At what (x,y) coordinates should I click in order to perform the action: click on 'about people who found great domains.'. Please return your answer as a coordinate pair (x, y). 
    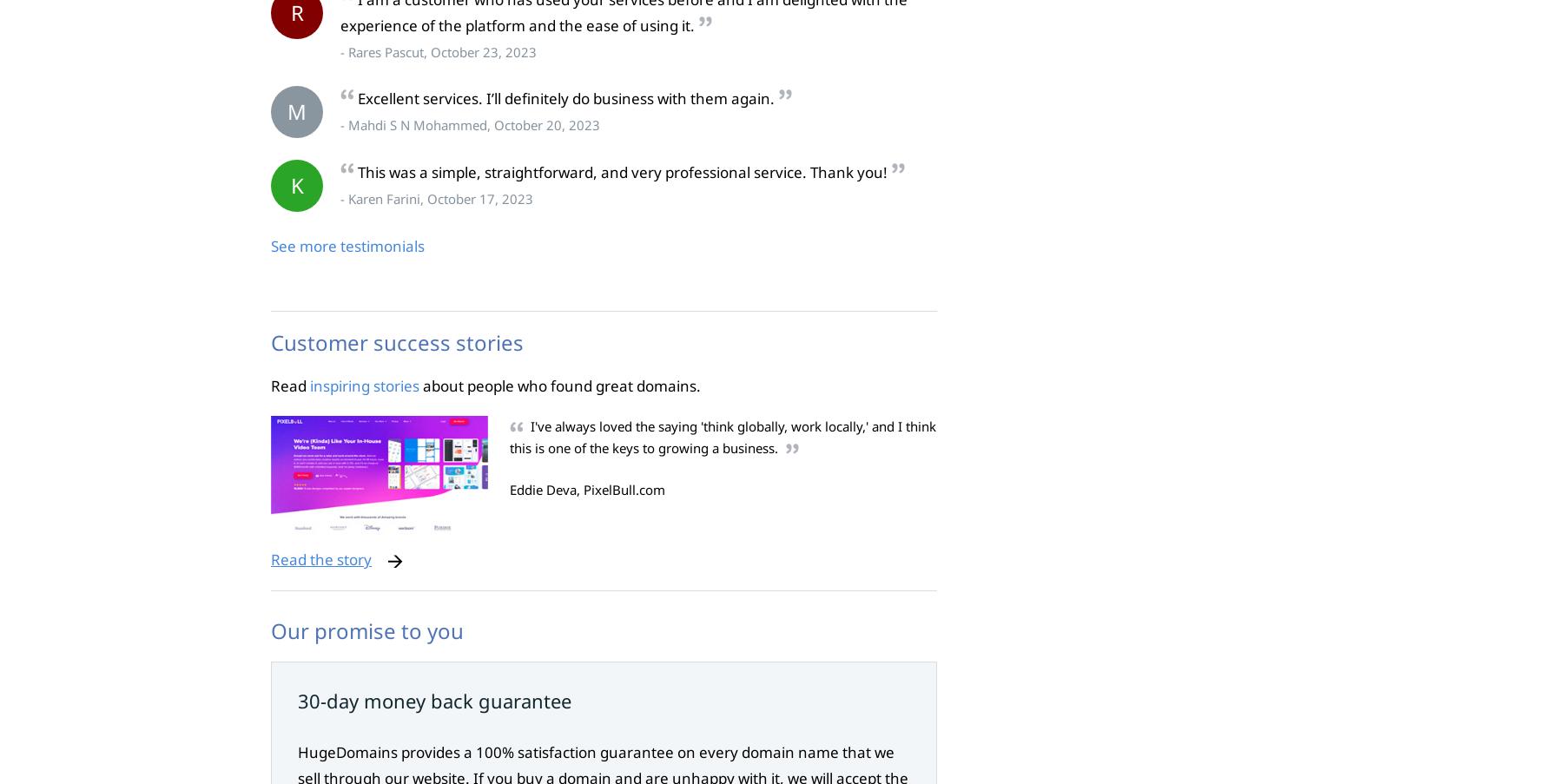
    Looking at the image, I should click on (559, 384).